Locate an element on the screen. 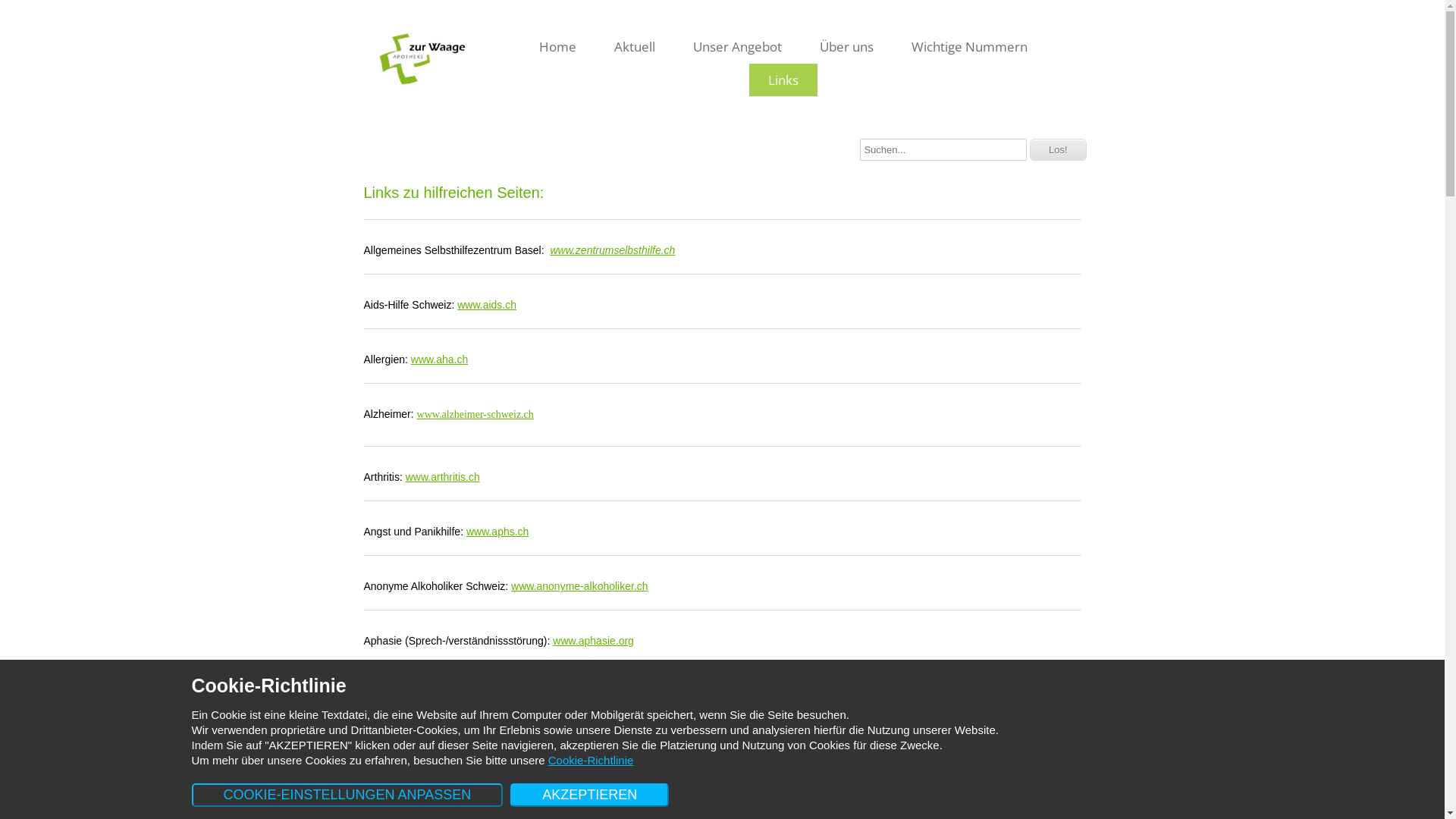 This screenshot has height=819, width=1456. 'www.aha.ch' is located at coordinates (411, 359).